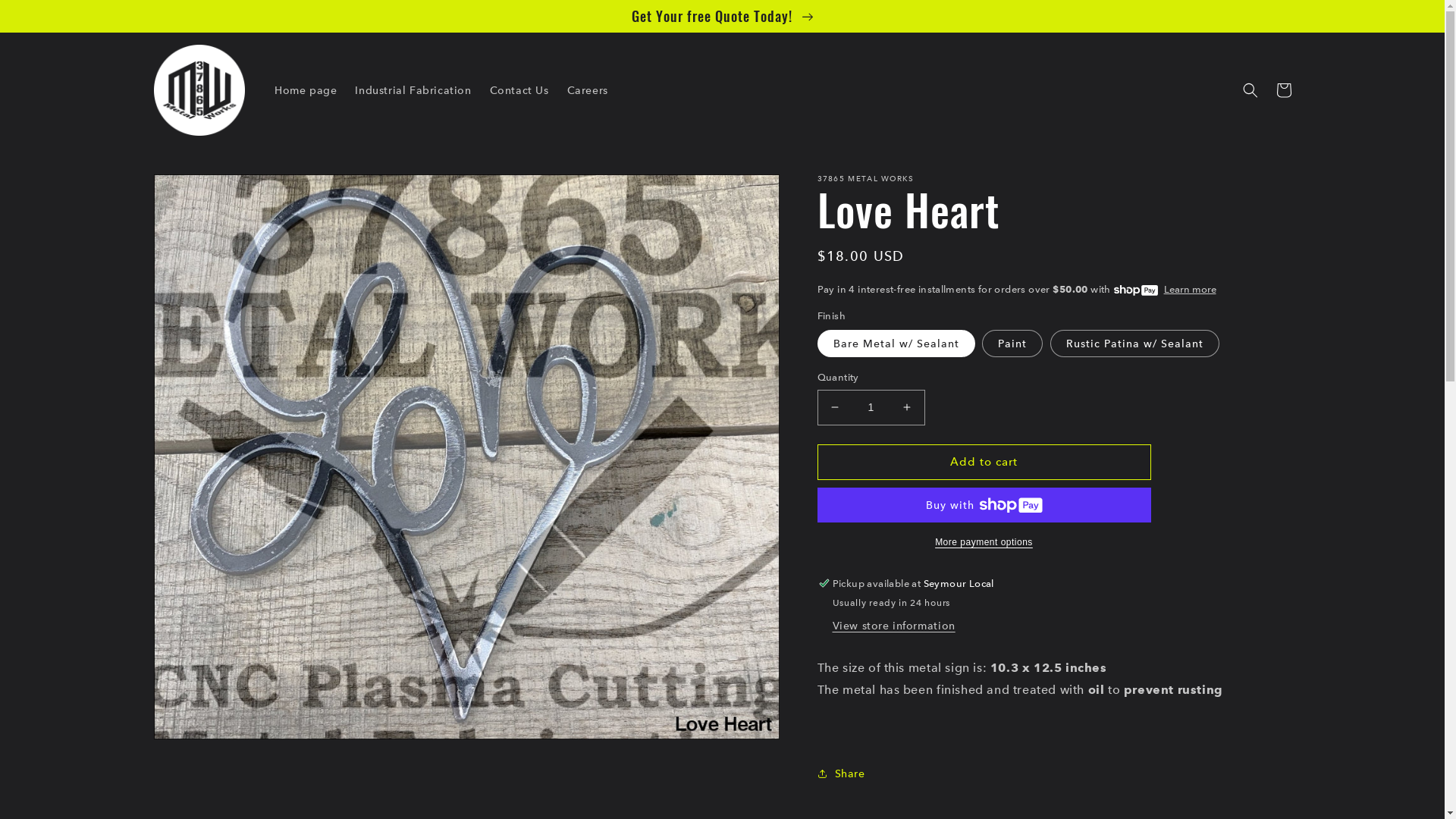 This screenshot has height=819, width=1456. Describe the element at coordinates (305, 90) in the screenshot. I see `'Home page'` at that location.